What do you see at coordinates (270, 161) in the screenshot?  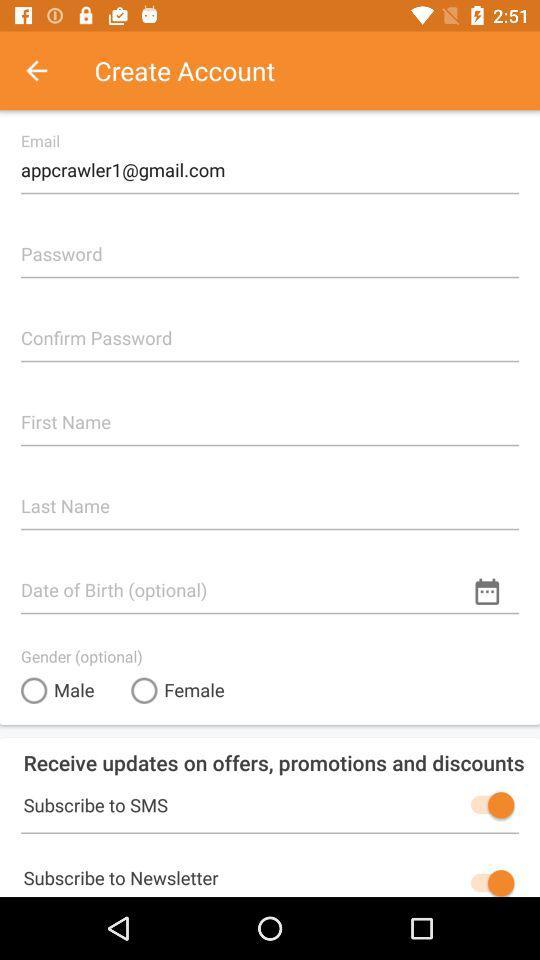 I see `appcrawler1@gmail.com icon` at bounding box center [270, 161].